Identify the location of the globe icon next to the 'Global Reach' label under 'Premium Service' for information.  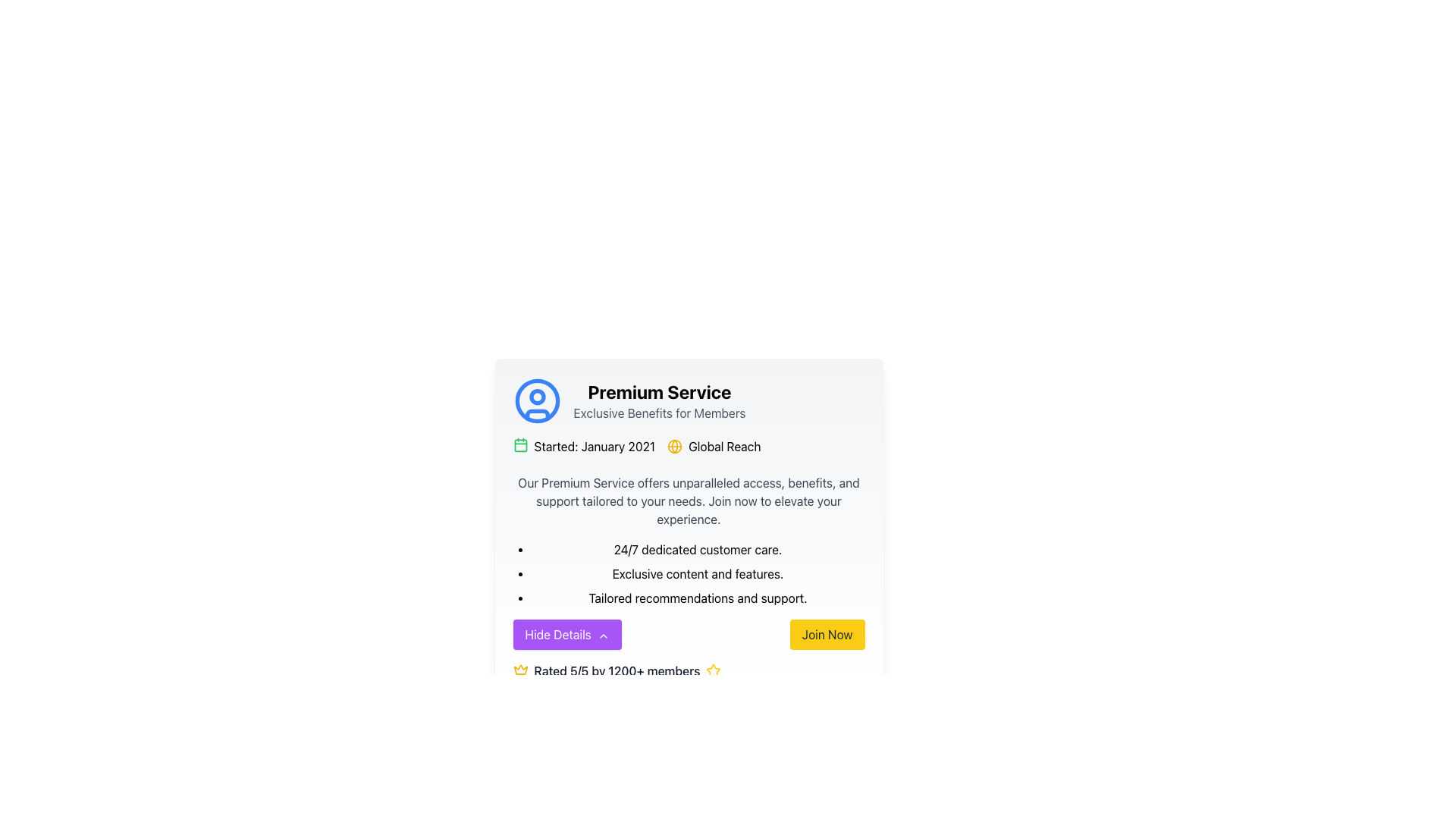
(674, 446).